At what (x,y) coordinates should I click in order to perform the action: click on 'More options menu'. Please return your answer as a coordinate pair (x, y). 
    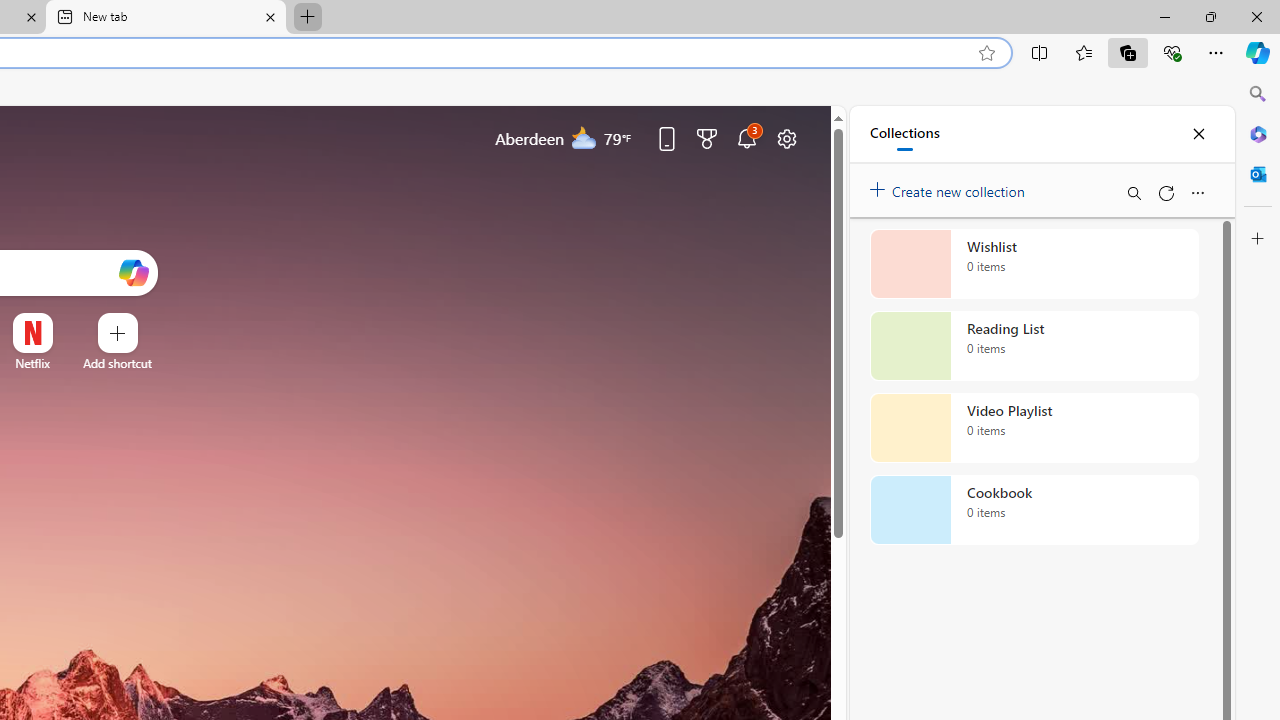
    Looking at the image, I should click on (1197, 192).